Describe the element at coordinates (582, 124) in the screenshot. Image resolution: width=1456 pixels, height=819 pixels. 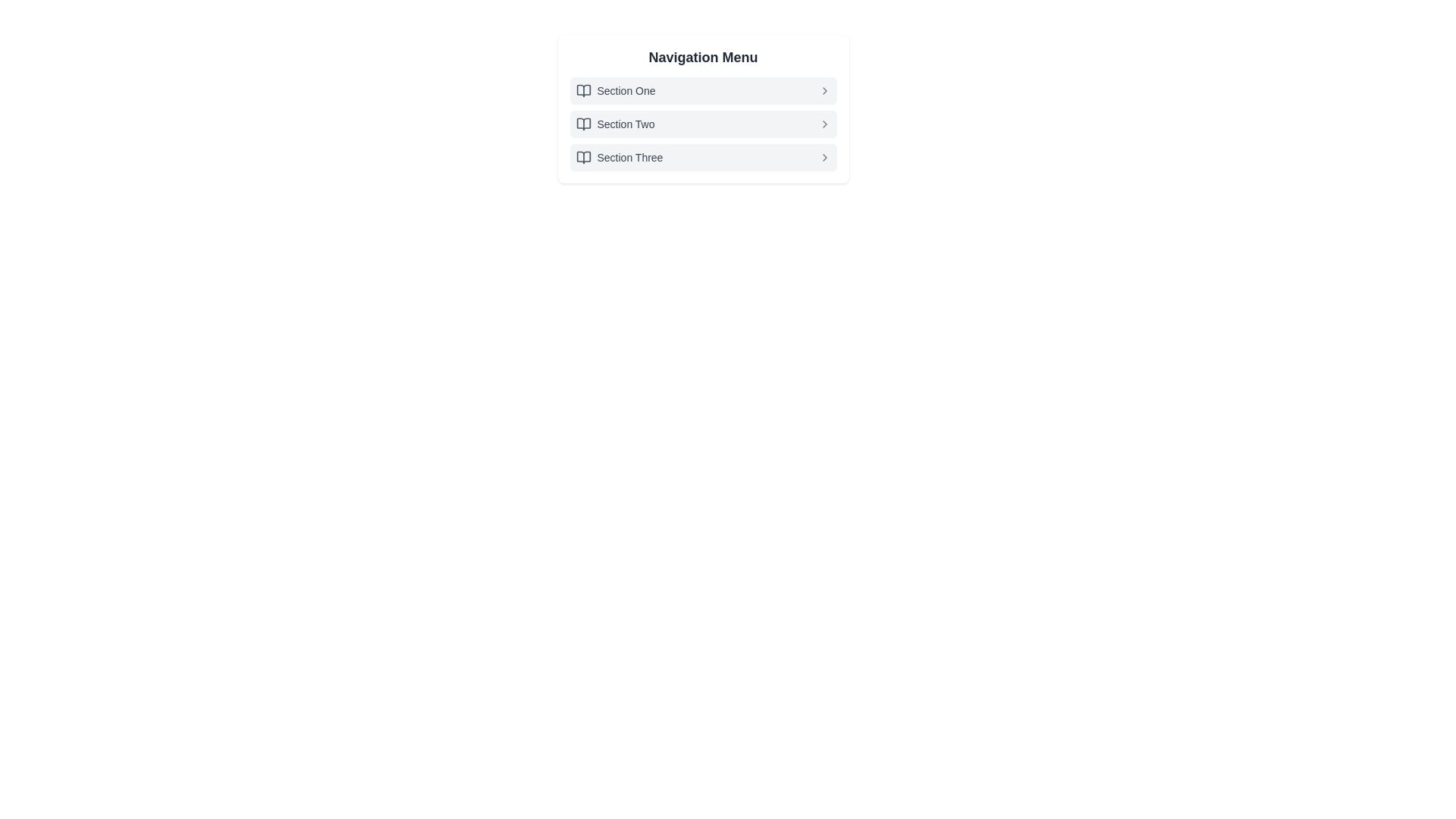
I see `the open book icon located to the left of the 'Section Two' label` at that location.